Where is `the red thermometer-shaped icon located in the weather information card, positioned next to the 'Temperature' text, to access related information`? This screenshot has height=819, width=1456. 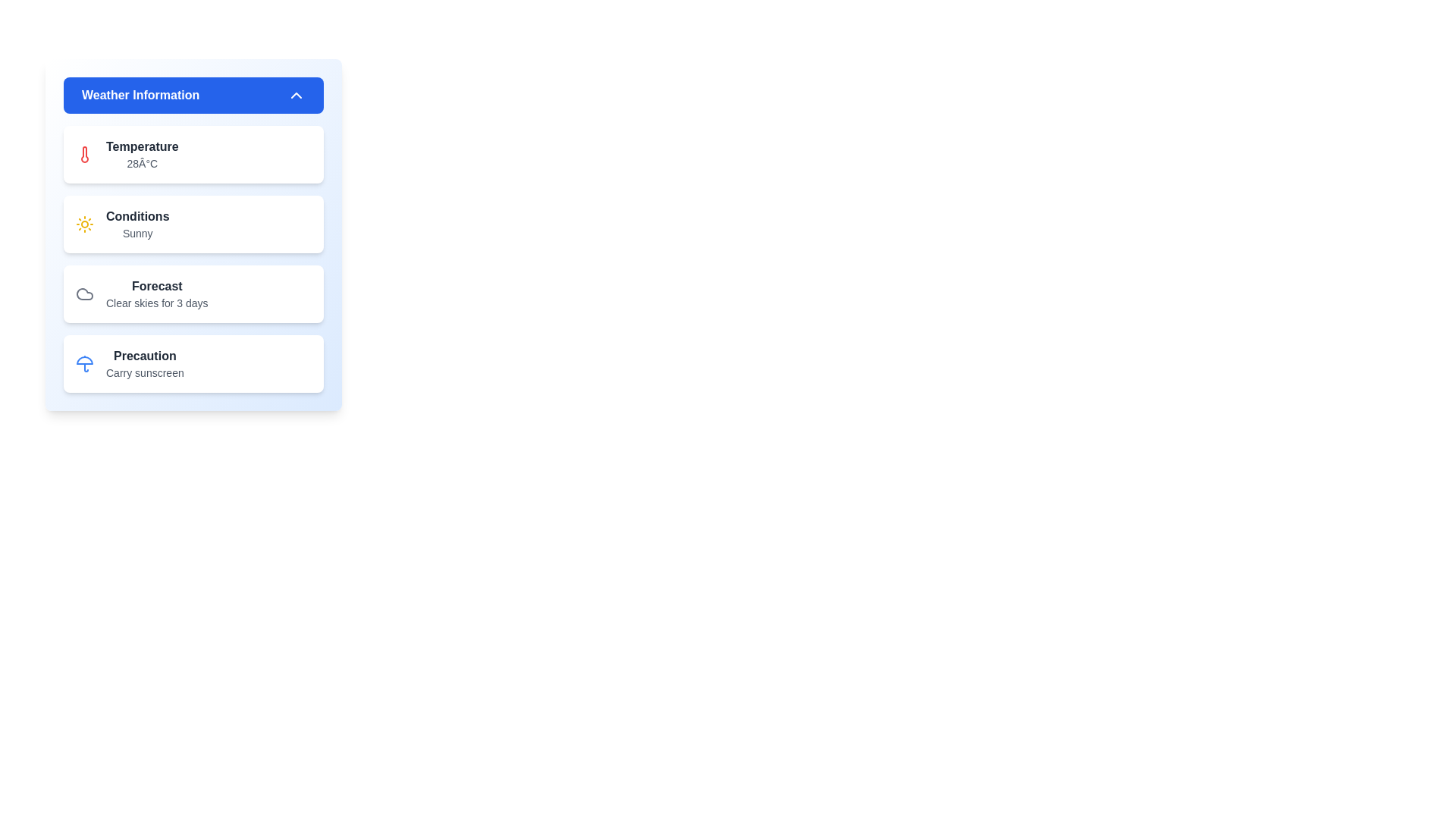 the red thermometer-shaped icon located in the weather information card, positioned next to the 'Temperature' text, to access related information is located at coordinates (83, 155).